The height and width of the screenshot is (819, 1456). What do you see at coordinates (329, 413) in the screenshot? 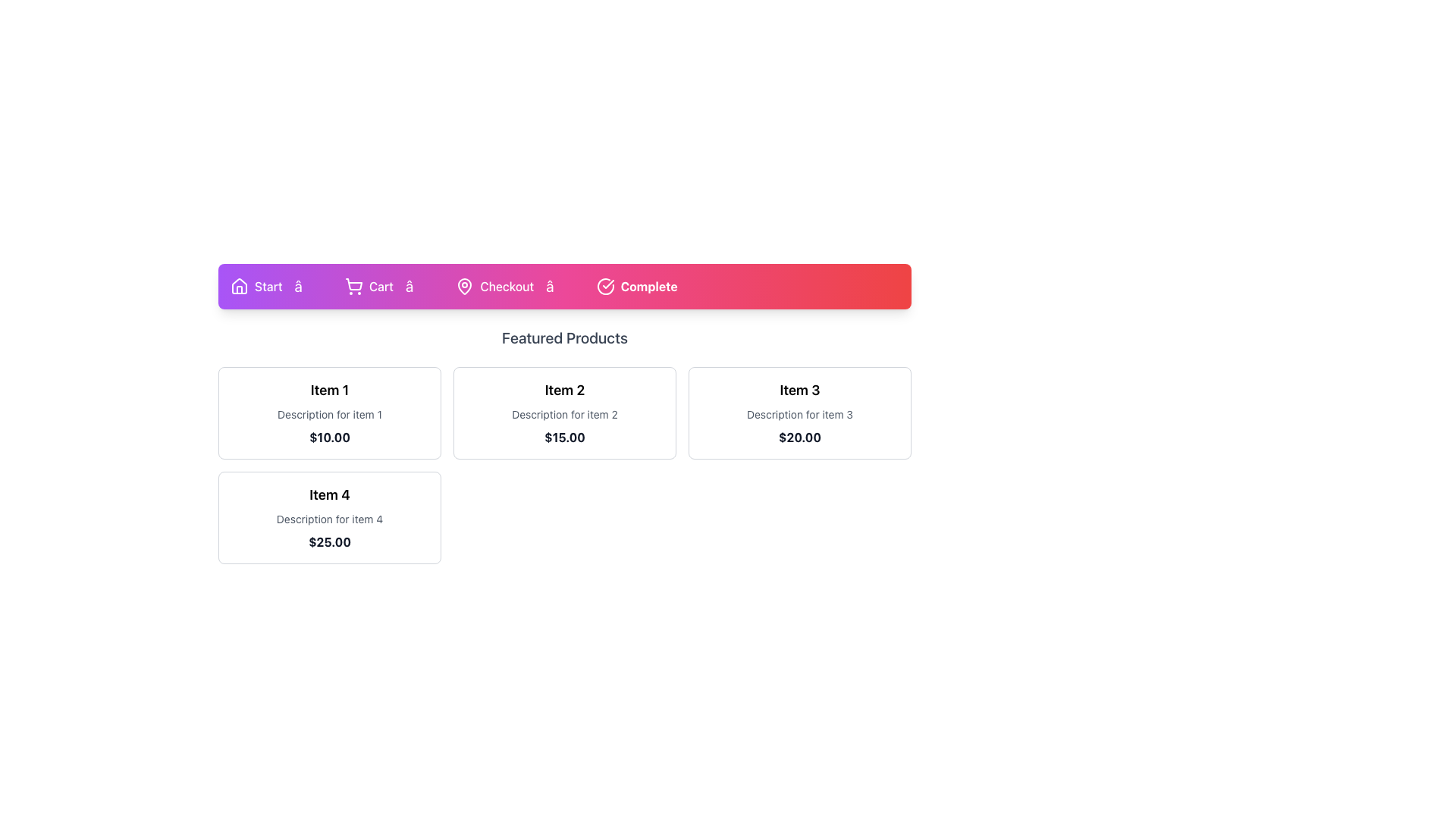
I see `the product card located at the top-left corner of the grid, which displays the product's name, description, and price` at bounding box center [329, 413].